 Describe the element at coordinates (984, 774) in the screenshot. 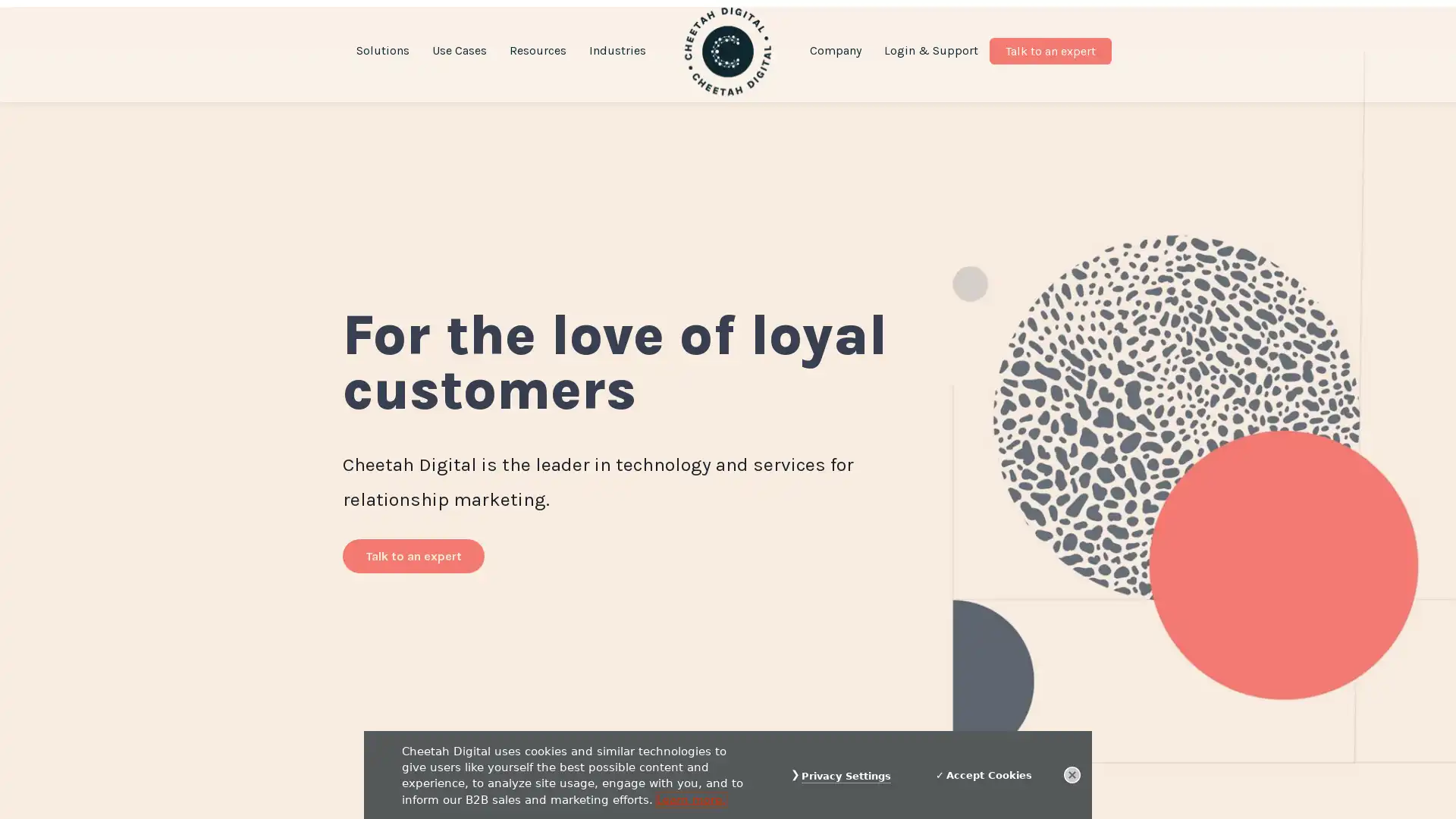

I see `Accept Cookies` at that location.